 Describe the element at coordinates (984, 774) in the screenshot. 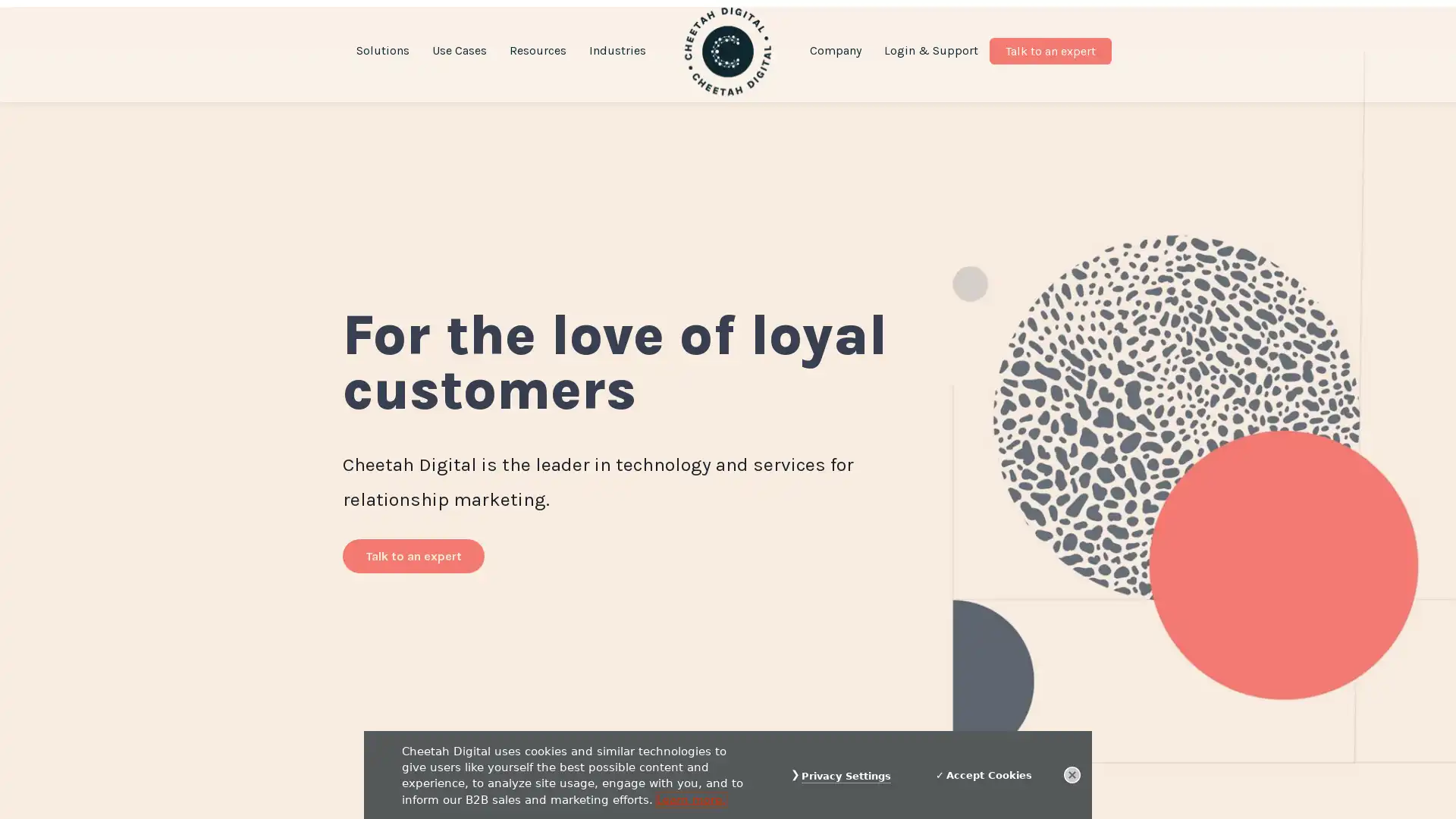

I see `Accept Cookies` at that location.